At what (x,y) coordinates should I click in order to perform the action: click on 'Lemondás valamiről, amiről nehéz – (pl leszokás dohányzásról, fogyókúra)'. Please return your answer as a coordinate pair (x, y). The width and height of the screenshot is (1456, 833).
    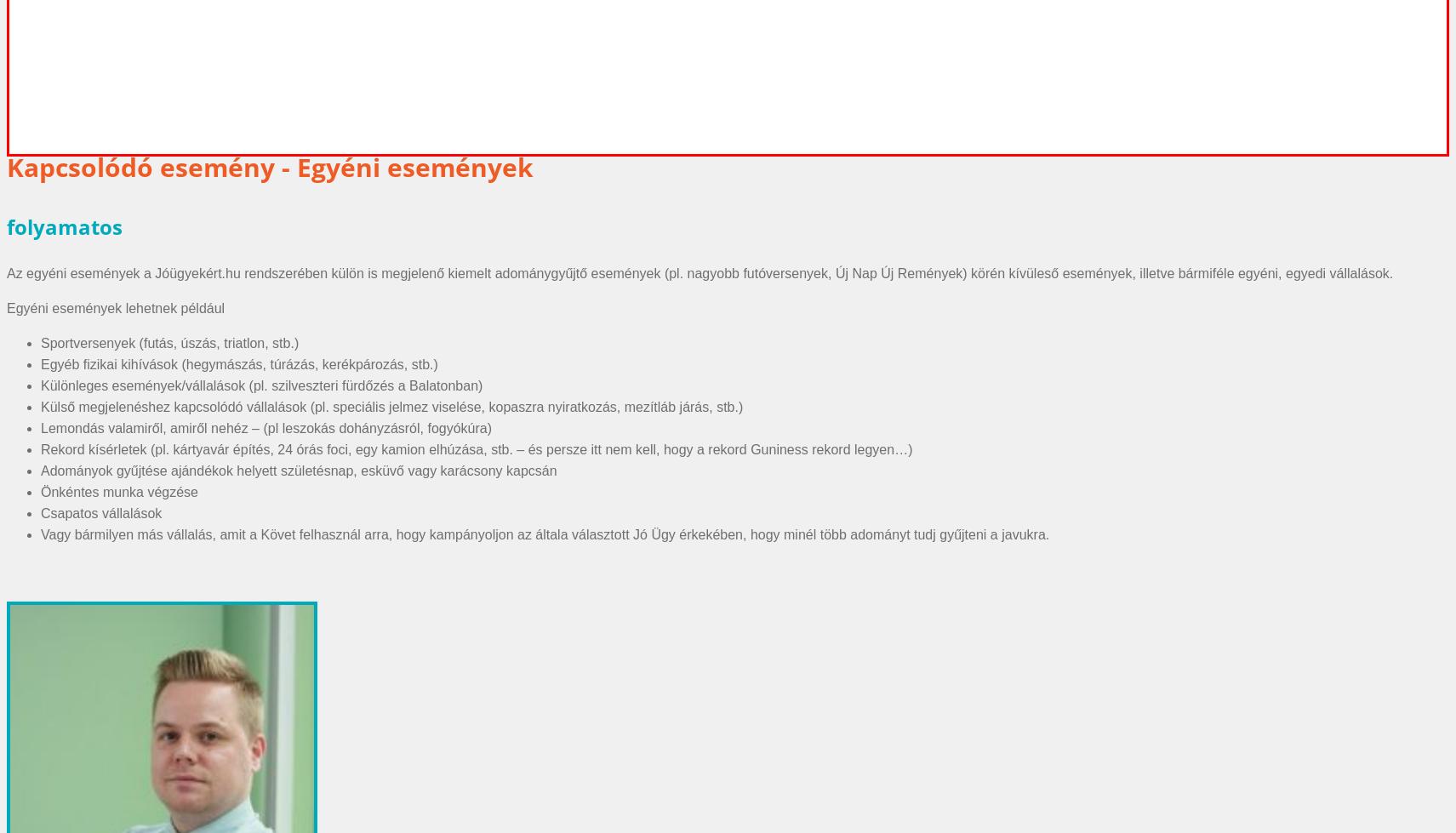
    Looking at the image, I should click on (266, 426).